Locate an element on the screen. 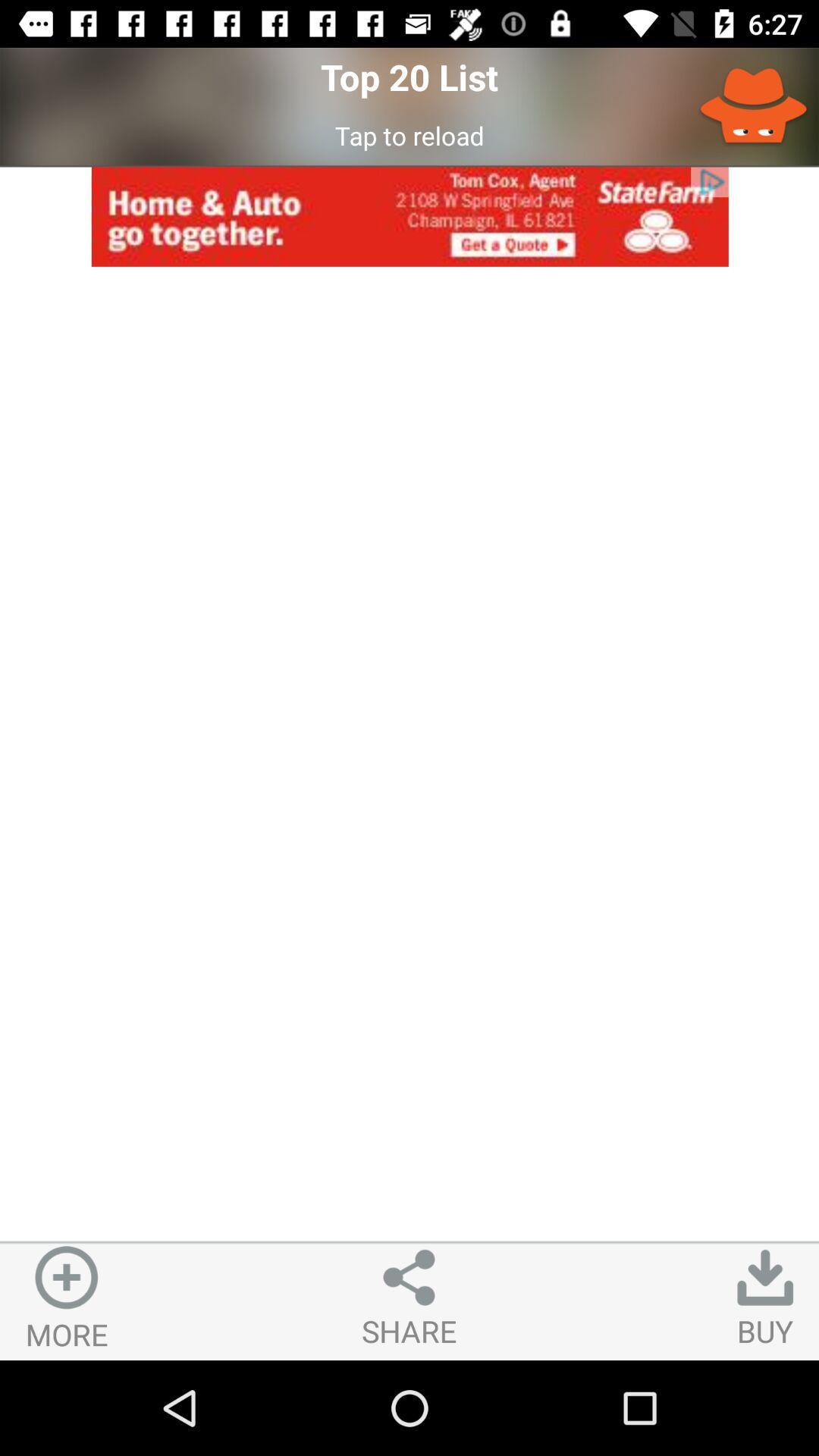  icon at the center is located at coordinates (409, 754).